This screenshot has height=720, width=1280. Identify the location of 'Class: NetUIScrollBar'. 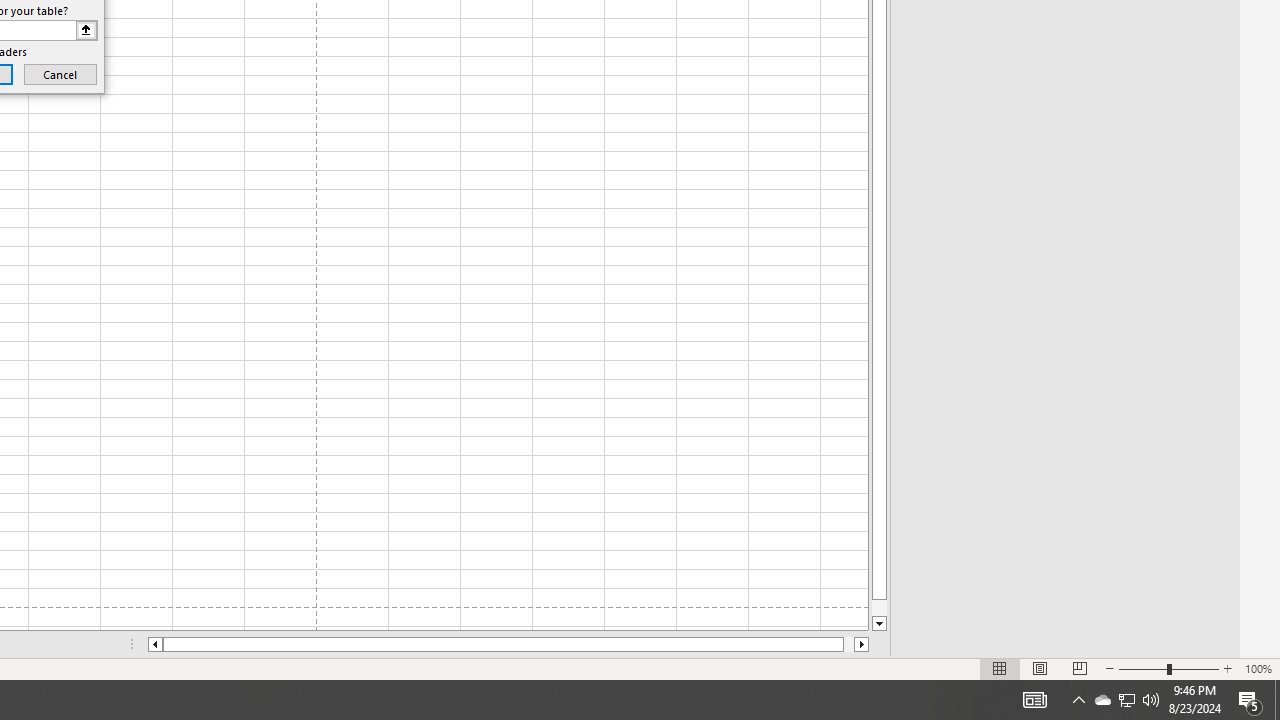
(508, 644).